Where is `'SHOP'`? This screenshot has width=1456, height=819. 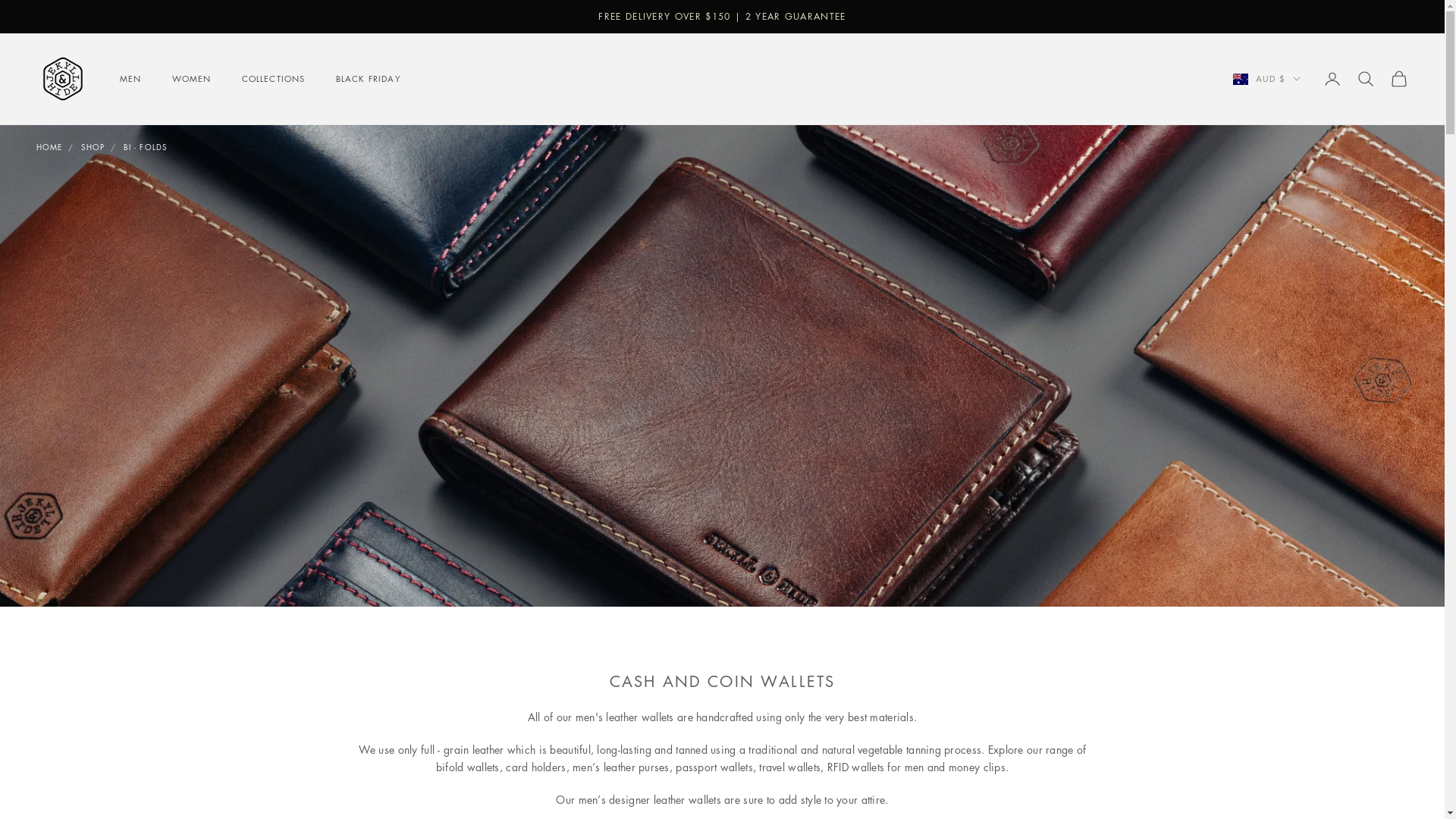
'SHOP' is located at coordinates (80, 146).